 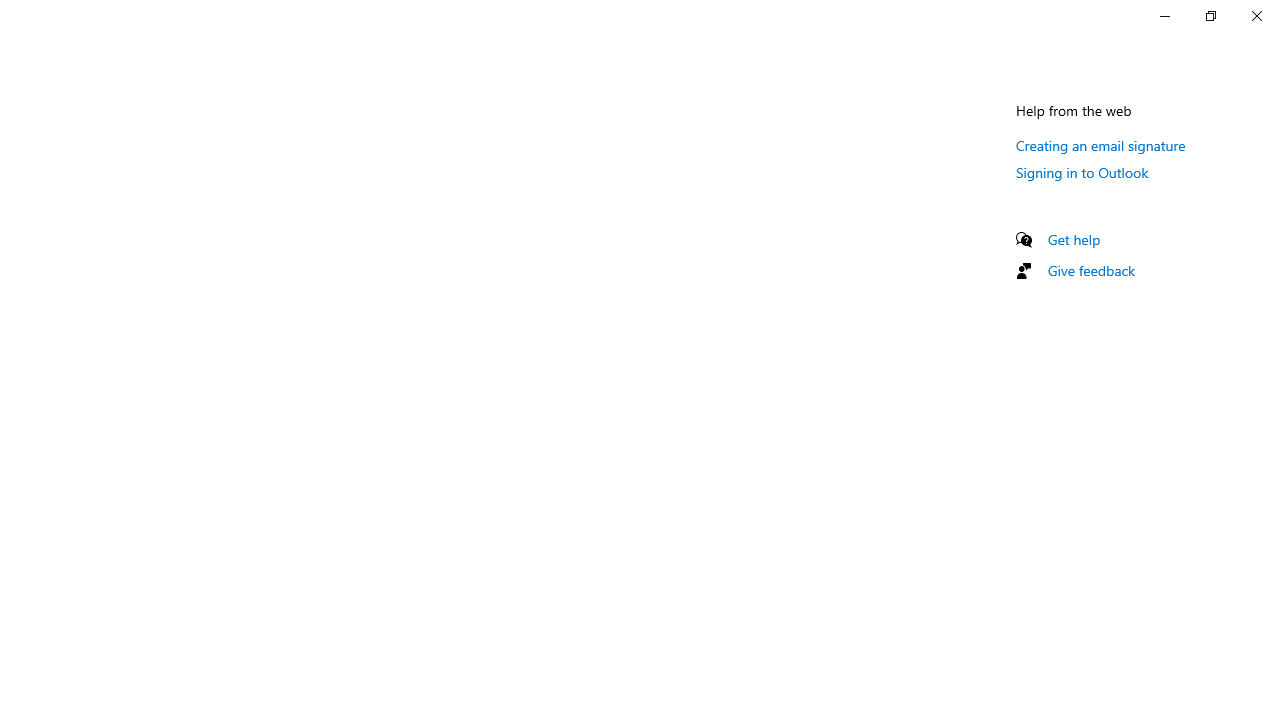 What do you see at coordinates (1100, 144) in the screenshot?
I see `'Creating an email signature'` at bounding box center [1100, 144].